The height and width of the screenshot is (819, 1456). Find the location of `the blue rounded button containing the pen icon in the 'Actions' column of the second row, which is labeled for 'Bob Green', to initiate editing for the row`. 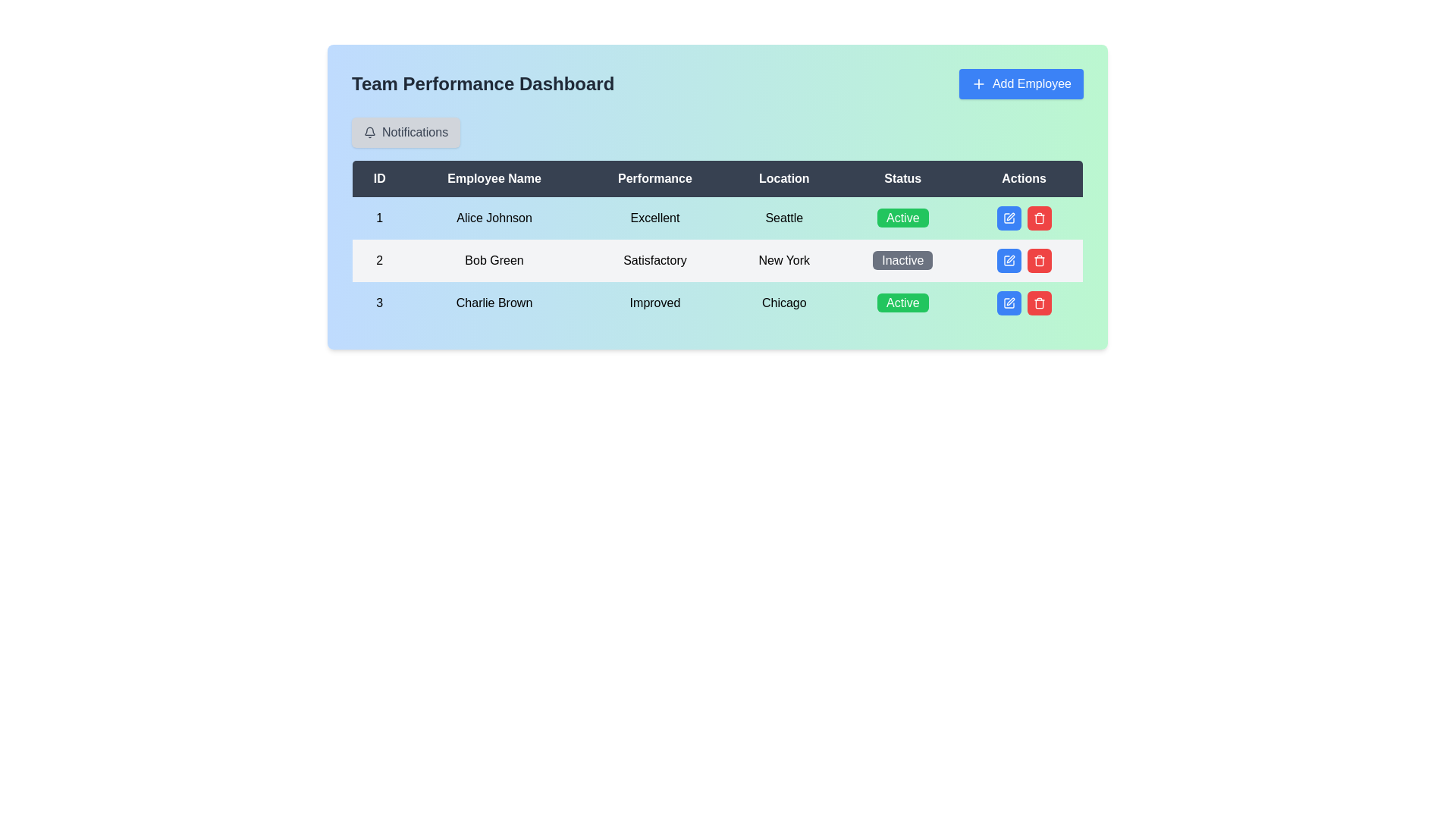

the blue rounded button containing the pen icon in the 'Actions' column of the second row, which is labeled for 'Bob Green', to initiate editing for the row is located at coordinates (1009, 218).